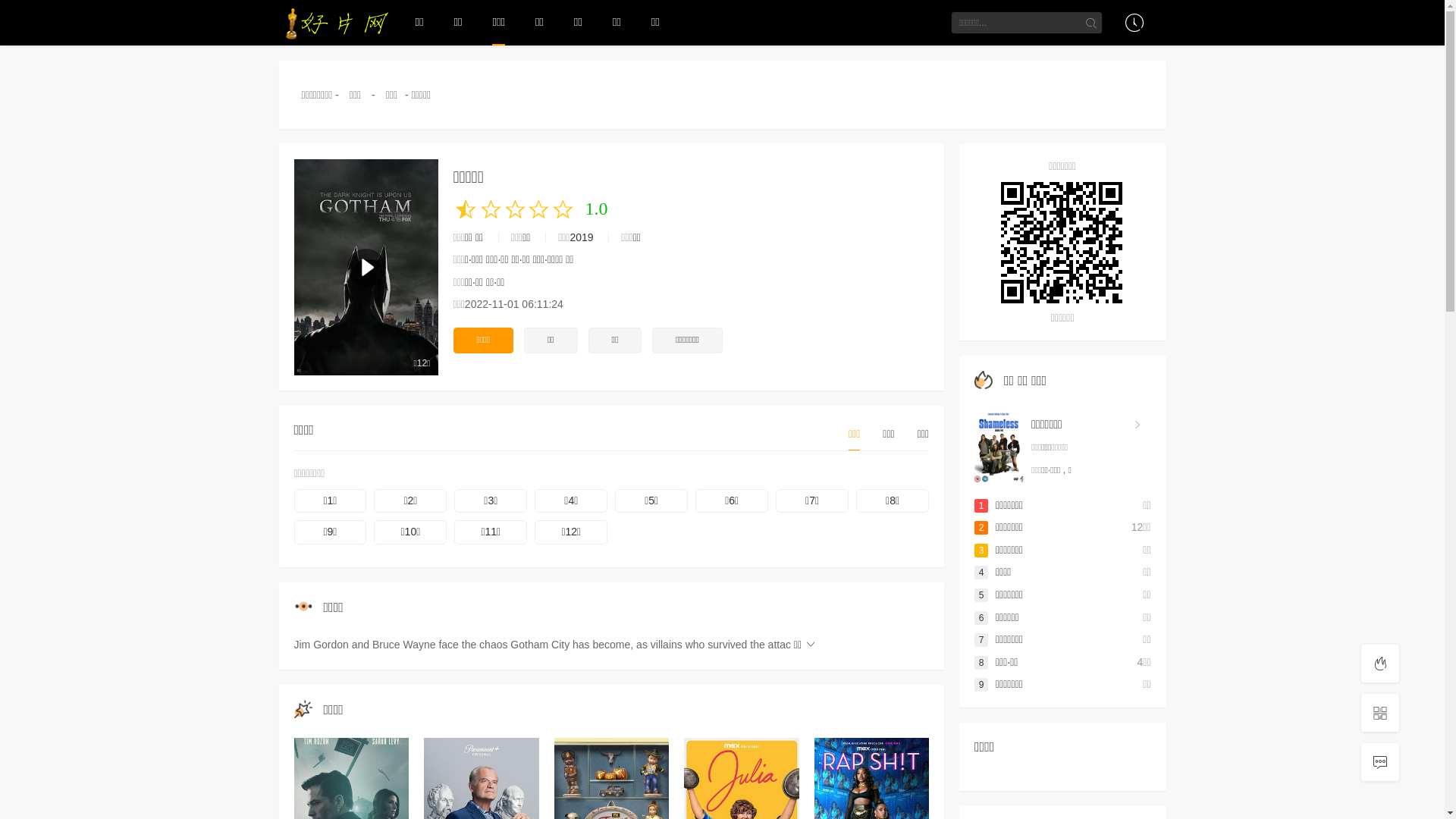  Describe the element at coordinates (580, 237) in the screenshot. I see `'2019'` at that location.